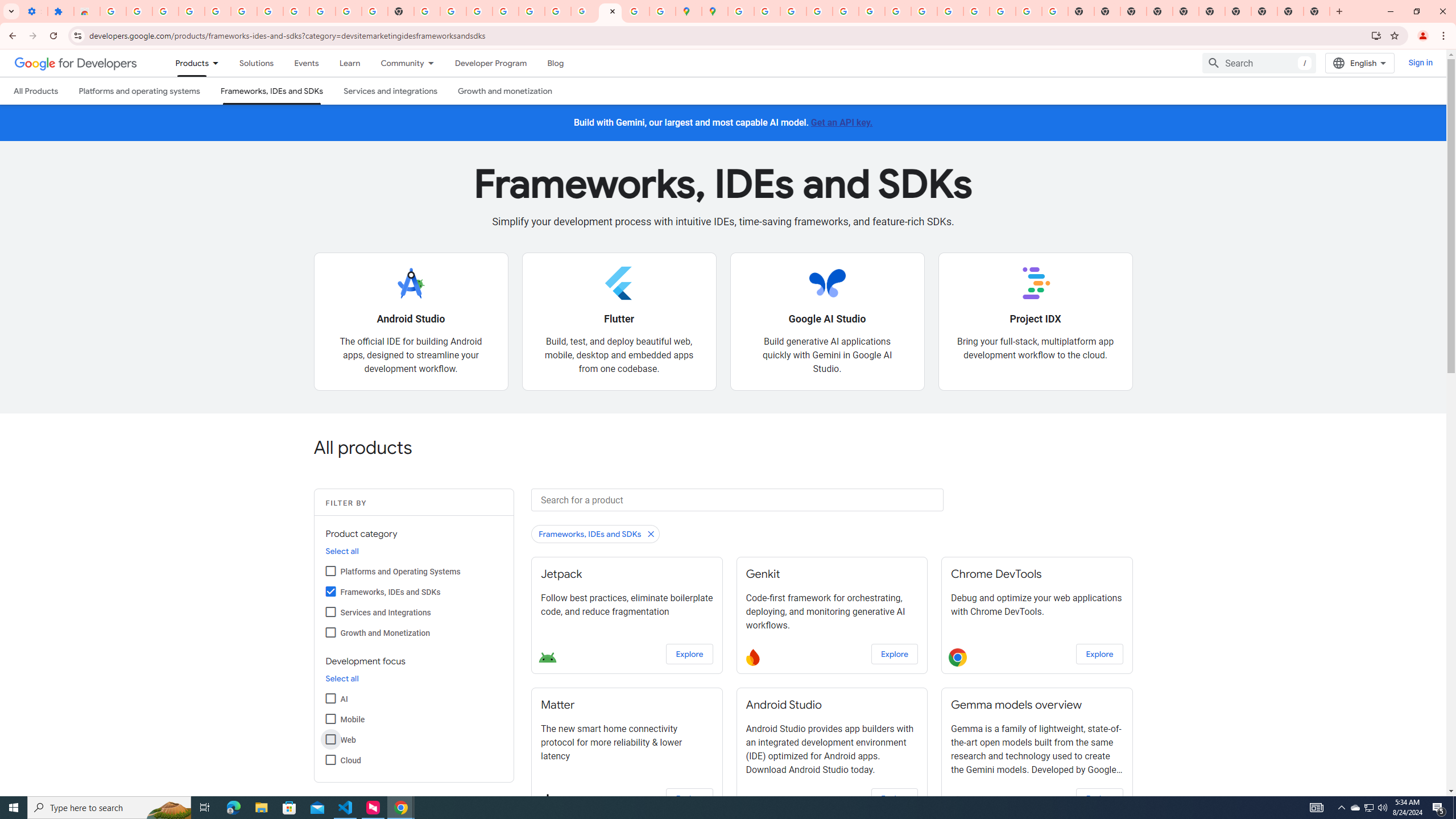 The width and height of the screenshot is (1456, 819). Describe the element at coordinates (330, 718) in the screenshot. I see `'Mobile'` at that location.